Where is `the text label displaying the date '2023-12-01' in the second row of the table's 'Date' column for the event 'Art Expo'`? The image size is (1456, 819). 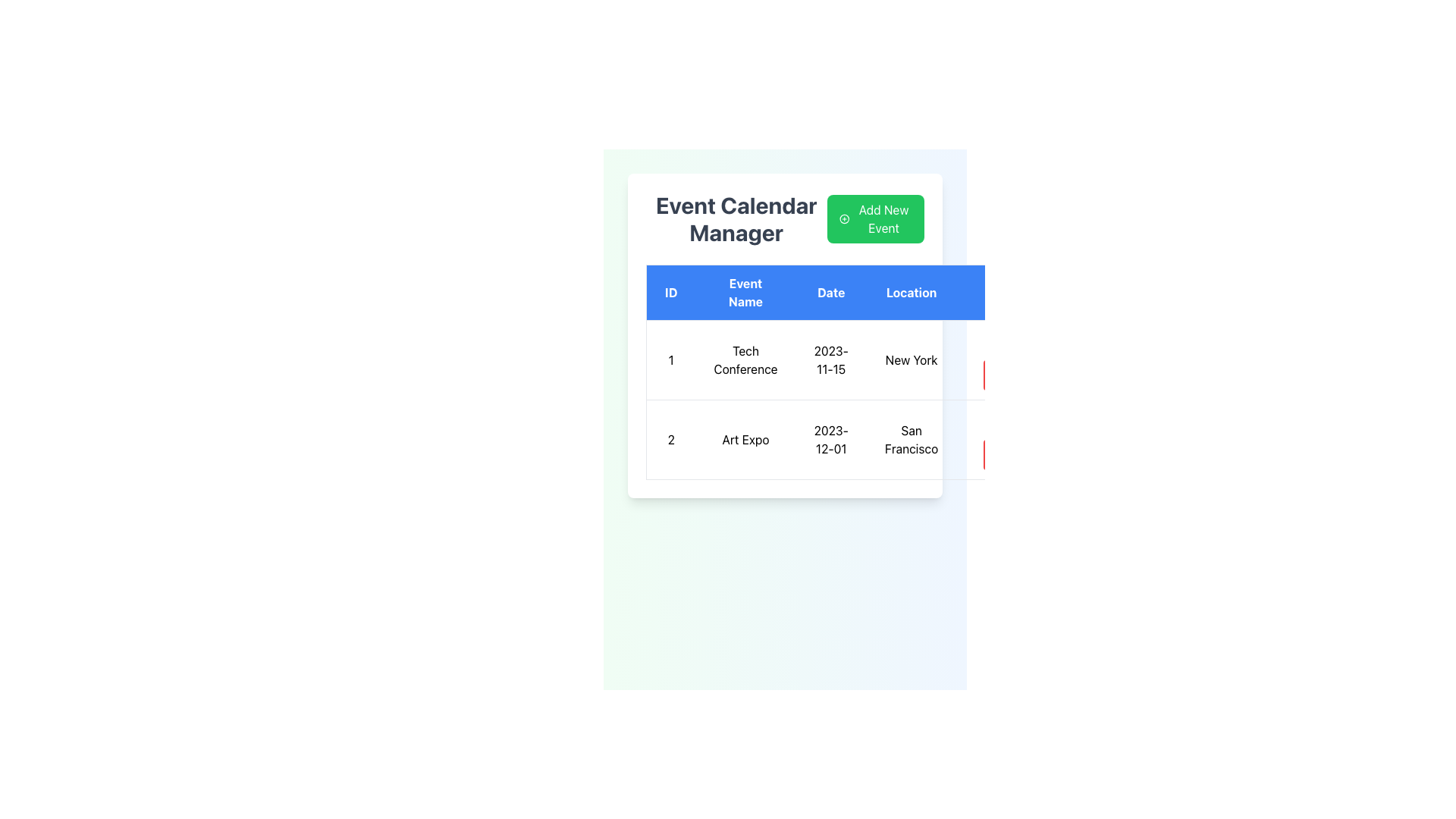
the text label displaying the date '2023-12-01' in the second row of the table's 'Date' column for the event 'Art Expo' is located at coordinates (830, 439).